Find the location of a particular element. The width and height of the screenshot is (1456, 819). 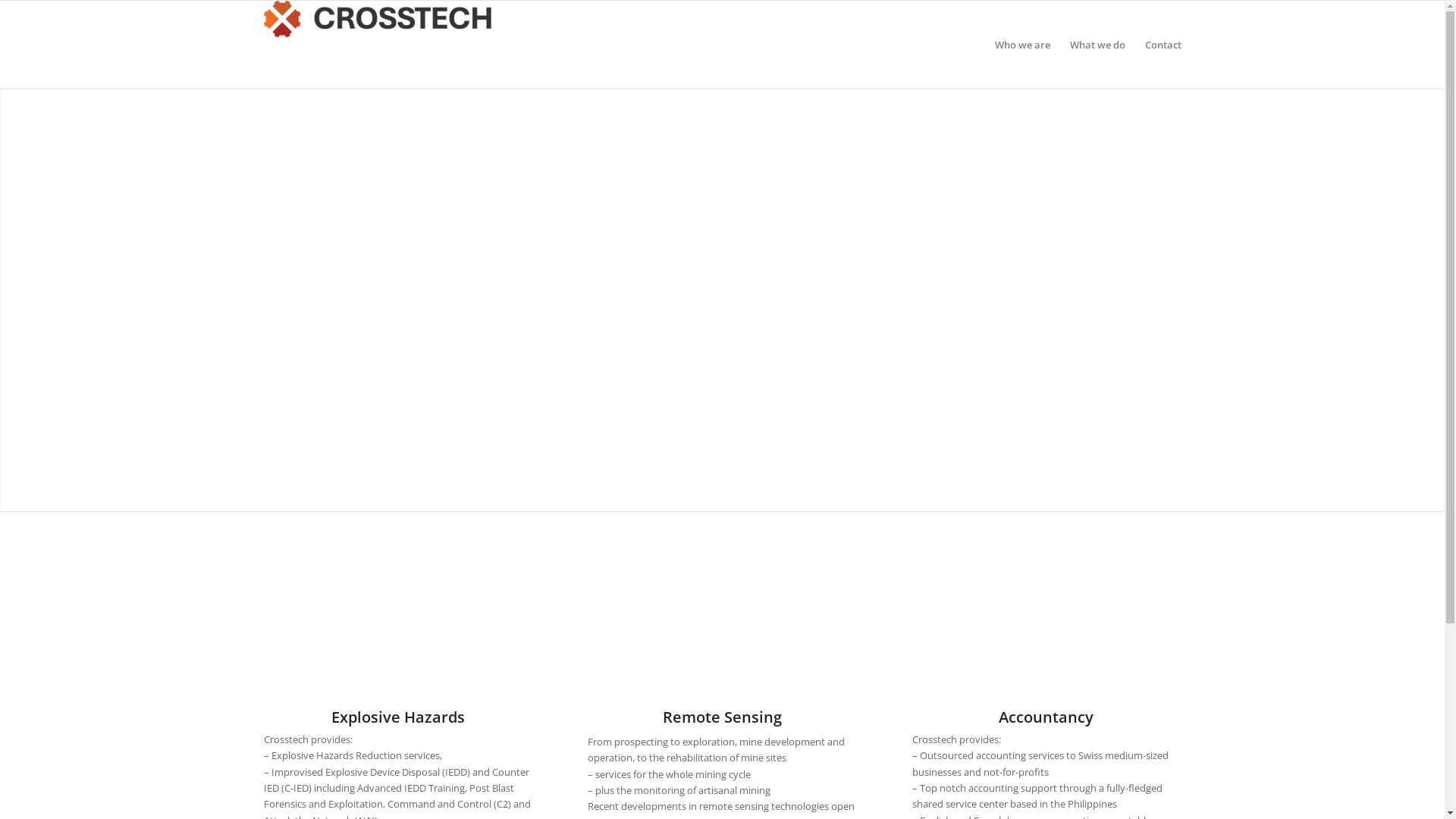

'Contact' is located at coordinates (1156, 43).